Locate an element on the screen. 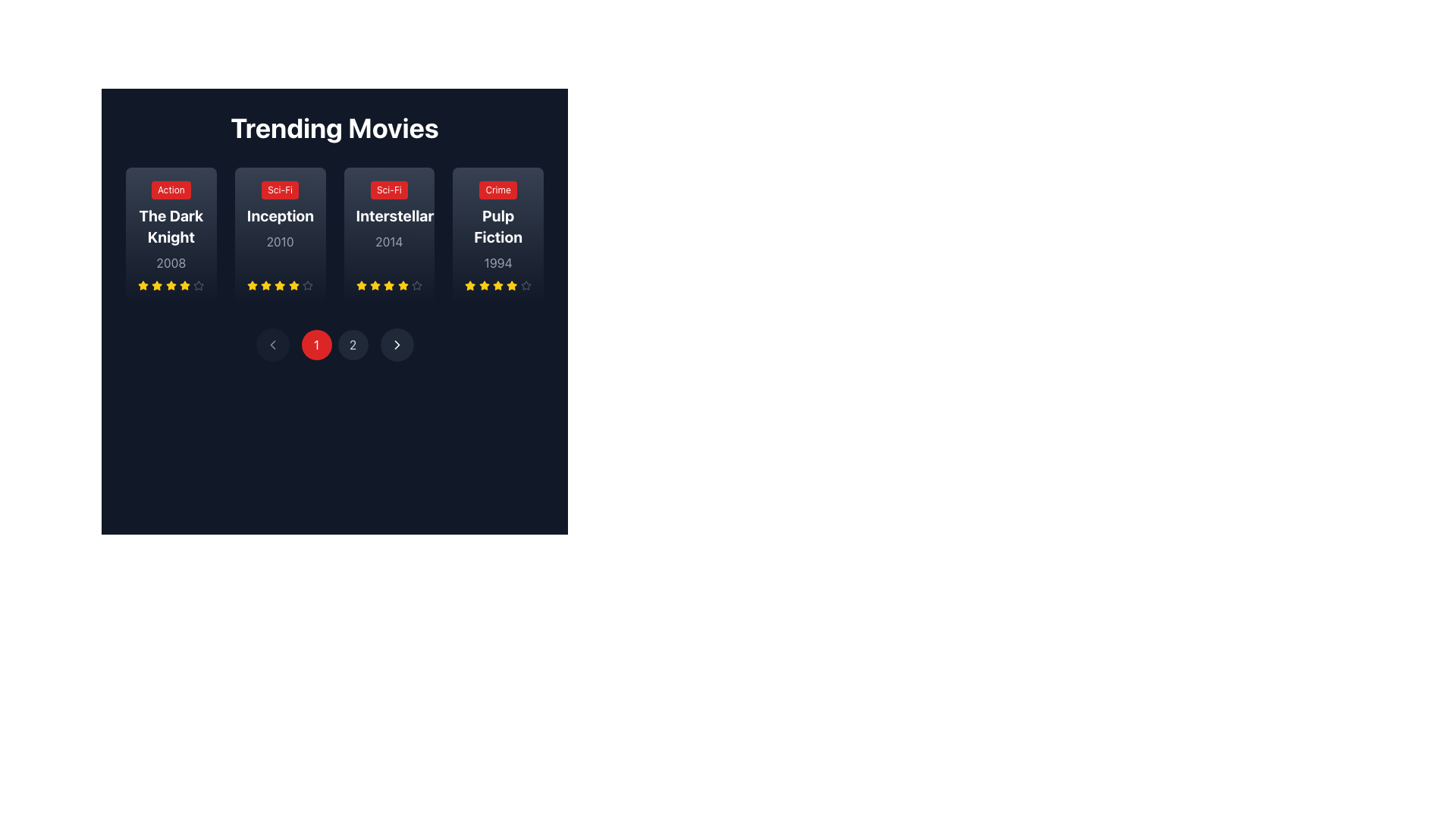  the fourth star in the five-star rating system for the 'Pulp Fiction' movie card using accessibility tools is located at coordinates (498, 284).